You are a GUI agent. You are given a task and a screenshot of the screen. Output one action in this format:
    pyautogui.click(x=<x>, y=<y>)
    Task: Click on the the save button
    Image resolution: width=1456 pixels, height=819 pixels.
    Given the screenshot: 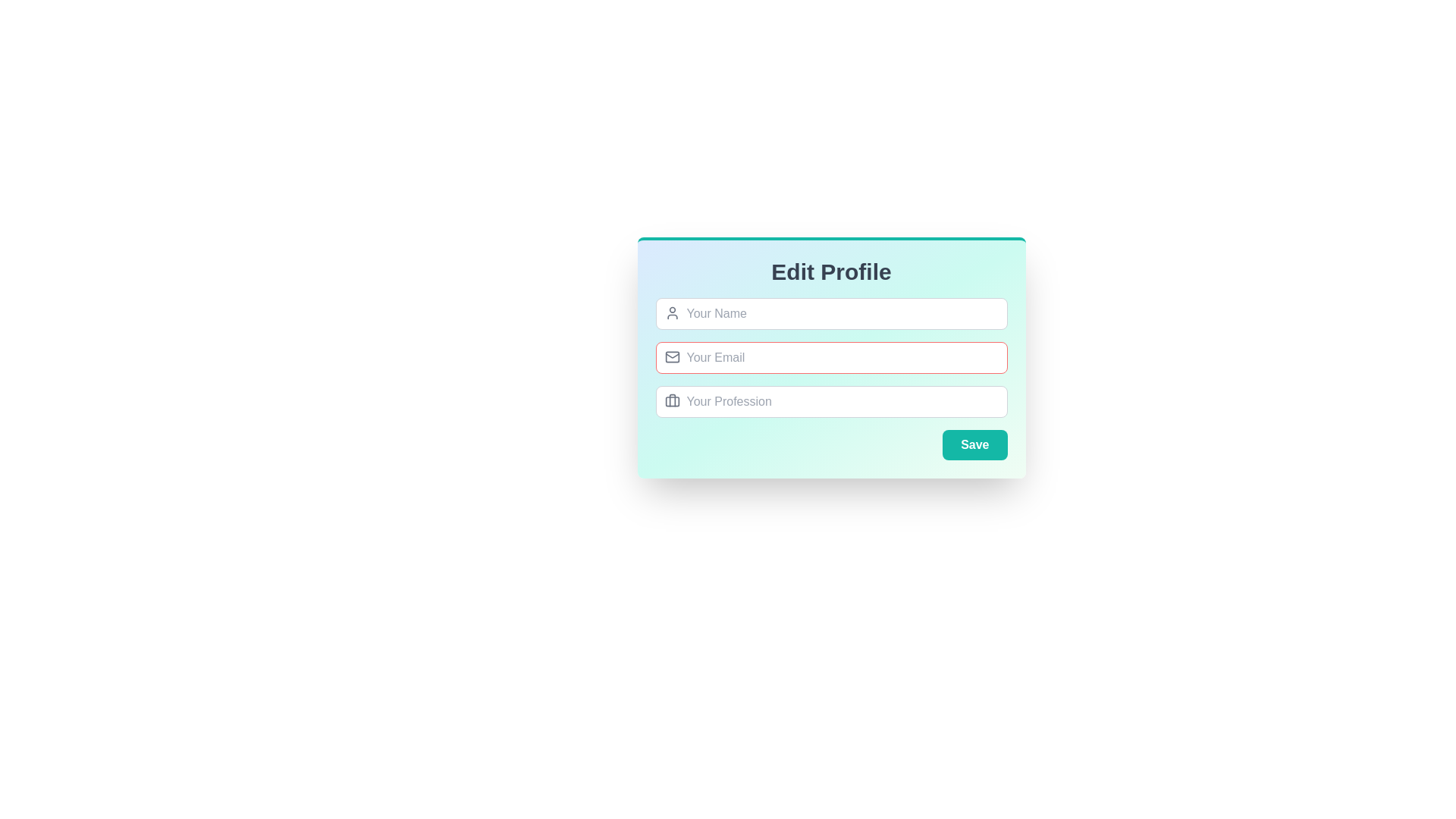 What is the action you would take?
    pyautogui.click(x=974, y=444)
    